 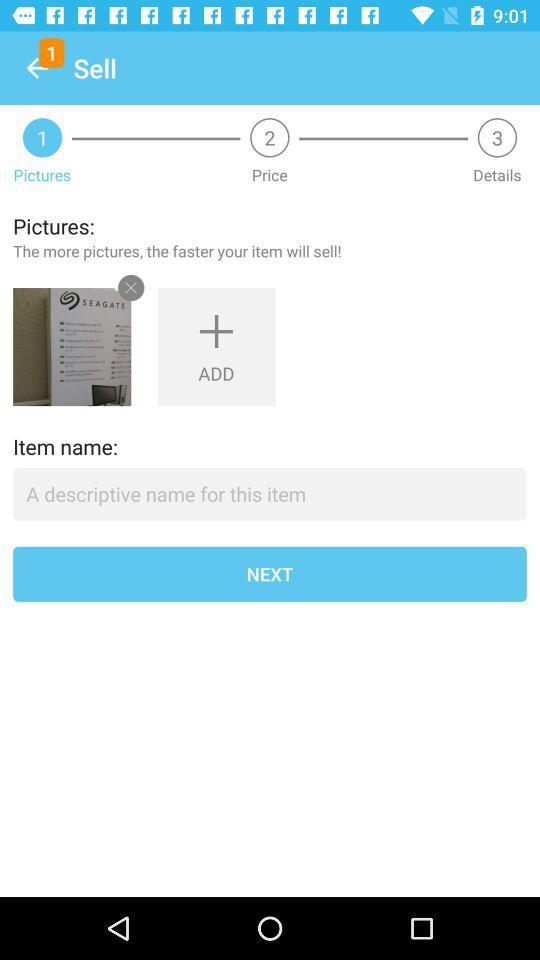 I want to click on item to the left of the sell icon, so click(x=36, y=68).